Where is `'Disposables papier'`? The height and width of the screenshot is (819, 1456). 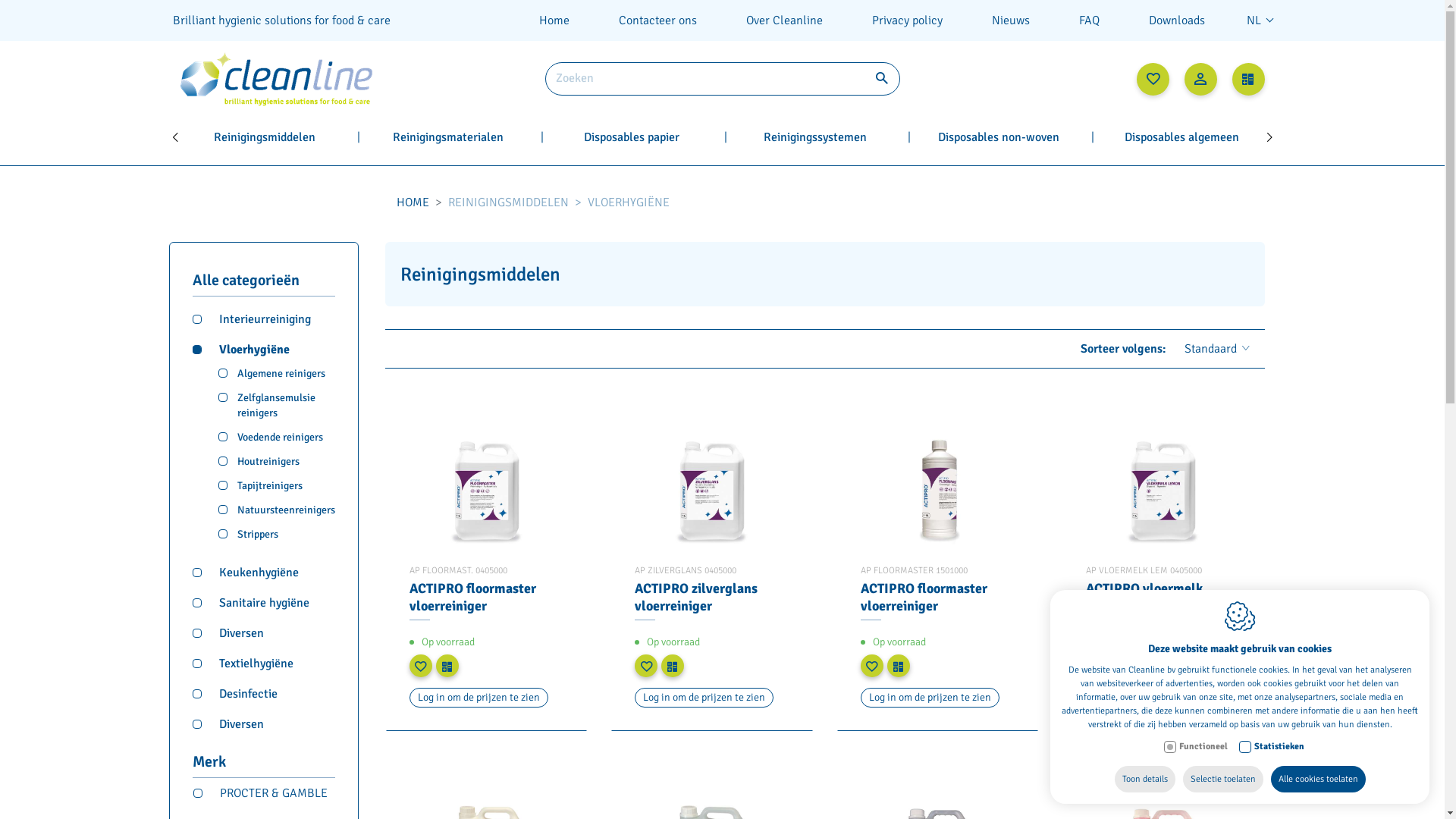
'Disposables papier' is located at coordinates (632, 137).